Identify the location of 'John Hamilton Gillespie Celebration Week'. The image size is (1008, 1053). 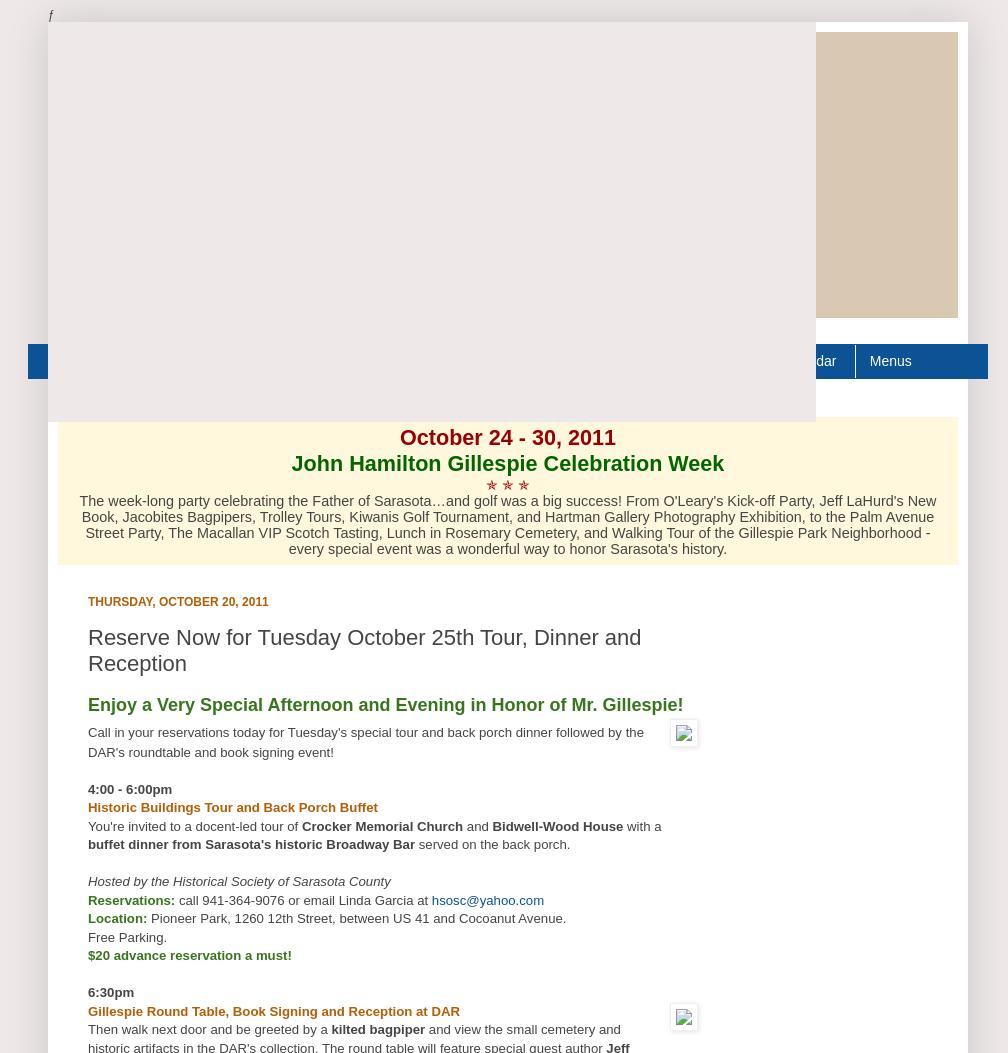
(507, 461).